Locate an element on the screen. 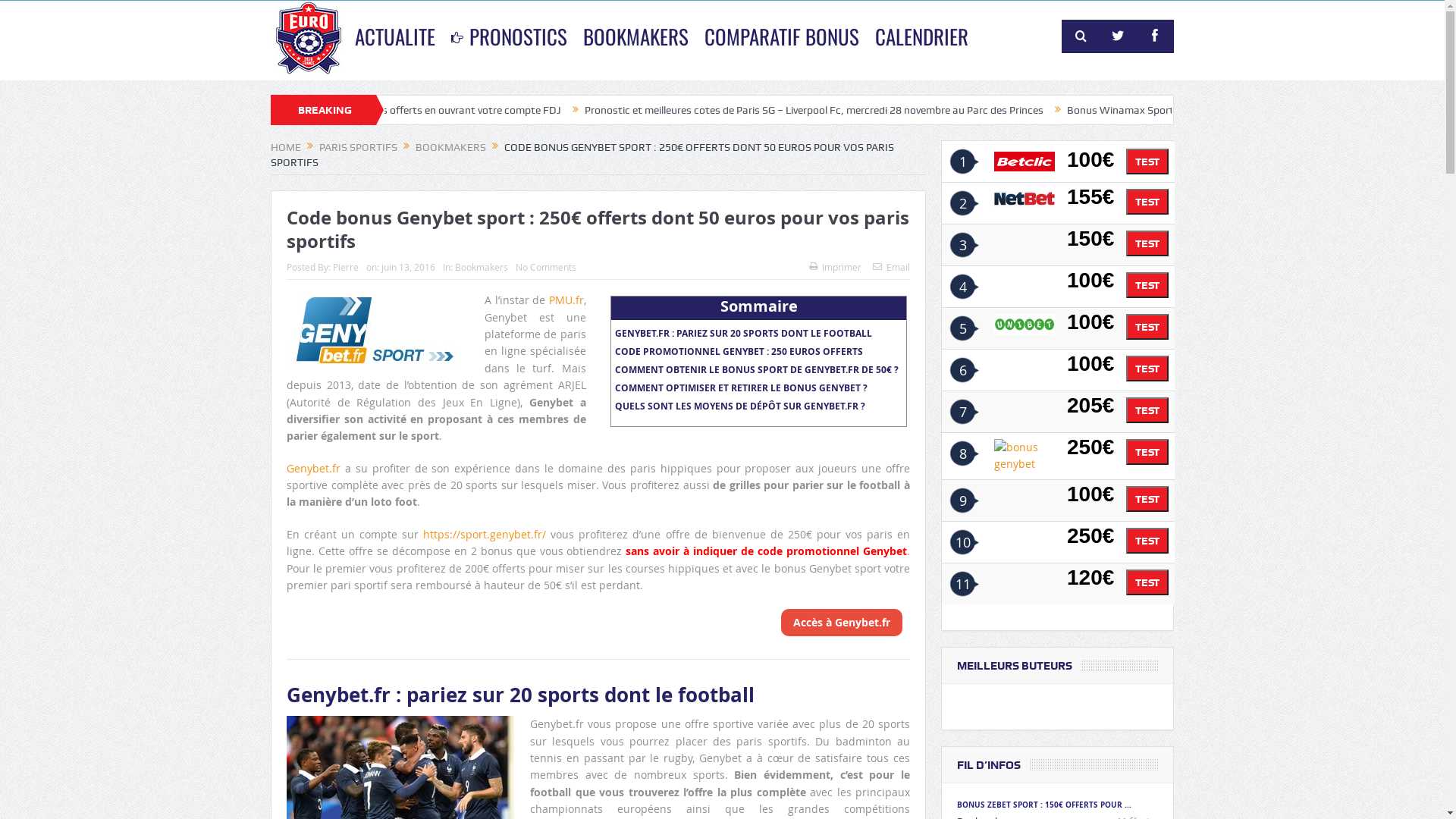 The height and width of the screenshot is (819, 1456). 'ACTUALITE' is located at coordinates (395, 35).